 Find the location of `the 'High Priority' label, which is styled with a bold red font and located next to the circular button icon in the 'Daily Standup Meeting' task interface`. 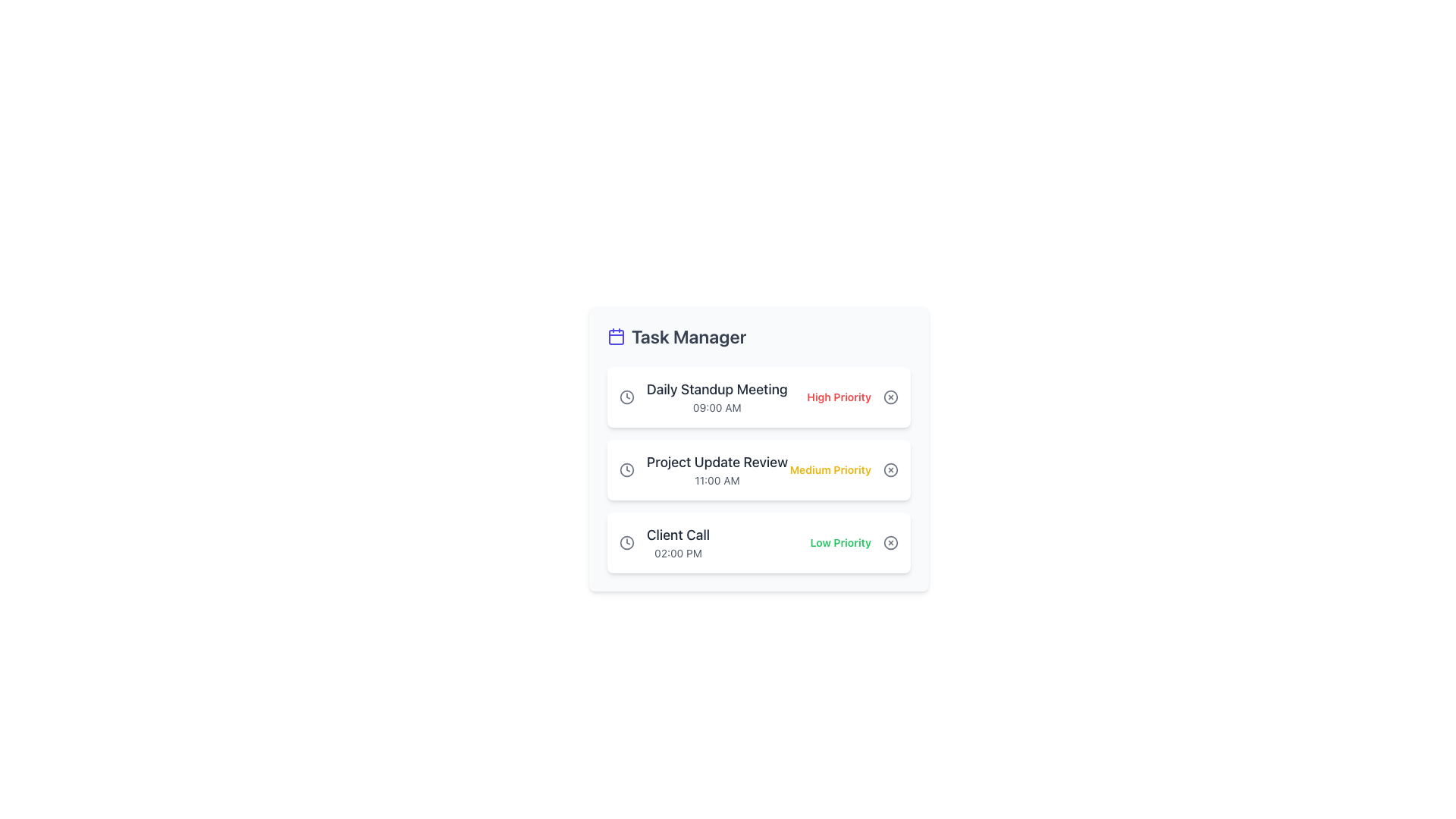

the 'High Priority' label, which is styled with a bold red font and located next to the circular button icon in the 'Daily Standup Meeting' task interface is located at coordinates (838, 397).